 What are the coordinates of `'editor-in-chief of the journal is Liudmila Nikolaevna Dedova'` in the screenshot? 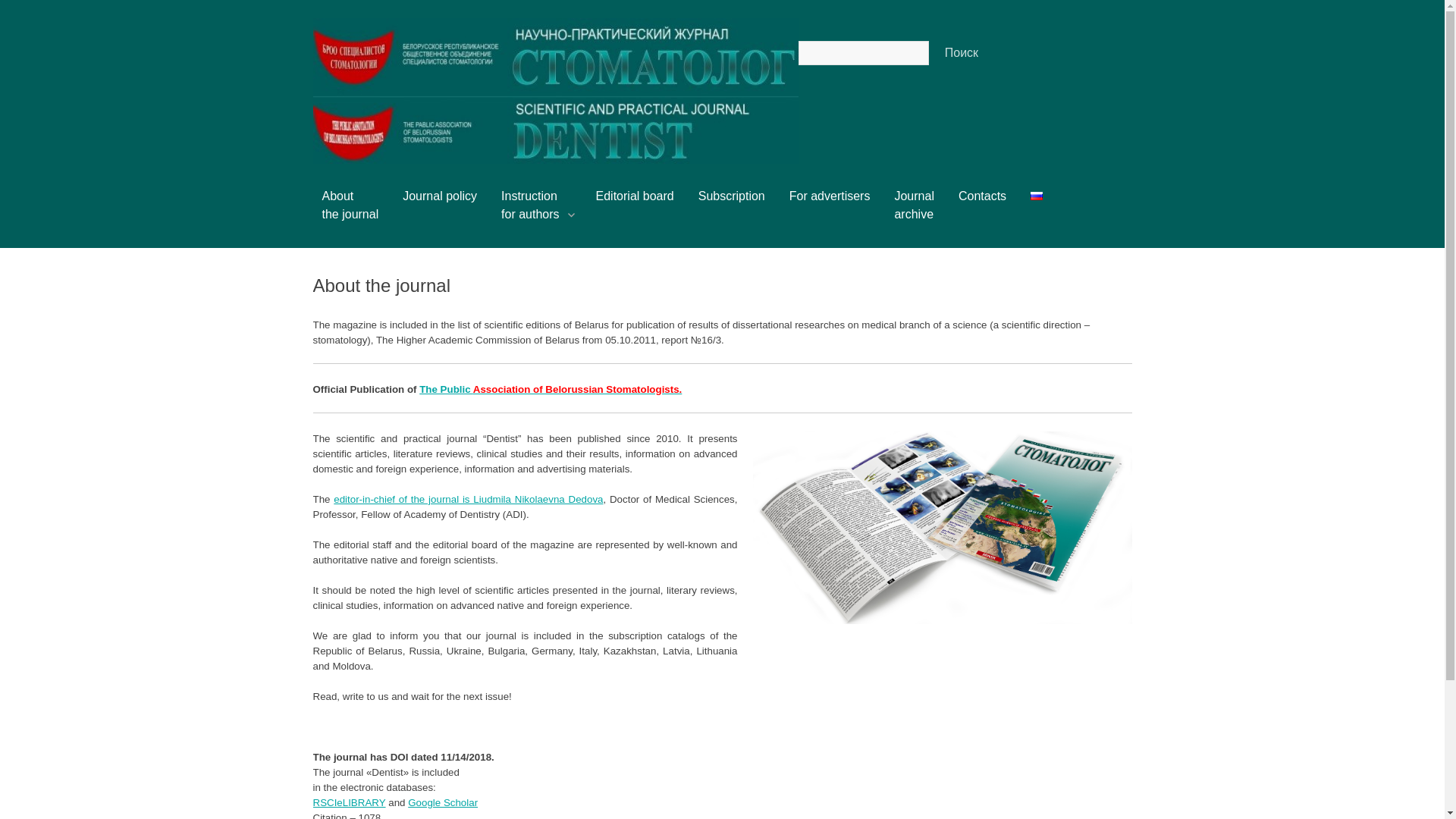 It's located at (467, 499).